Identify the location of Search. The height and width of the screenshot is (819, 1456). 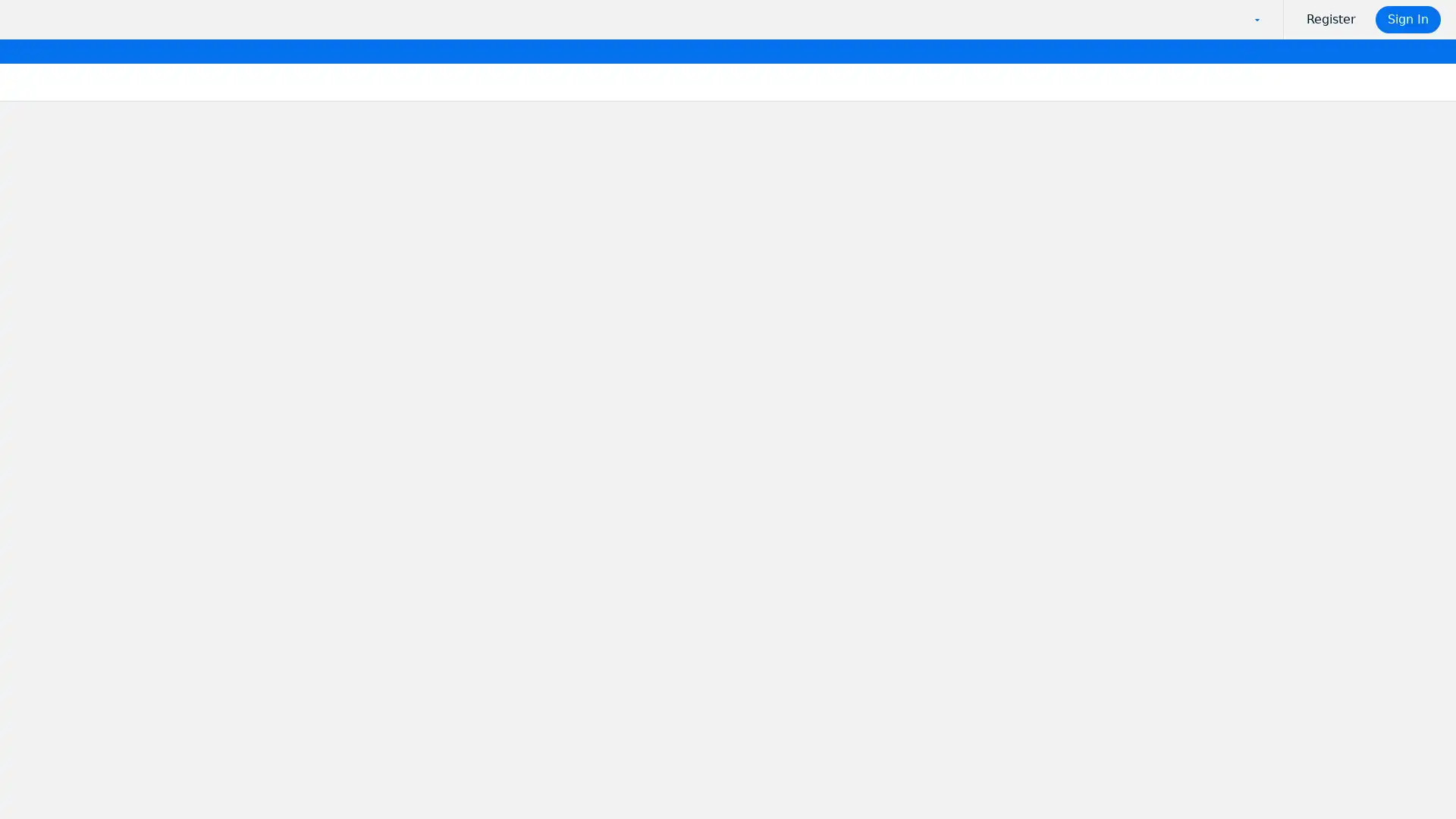
(467, 329).